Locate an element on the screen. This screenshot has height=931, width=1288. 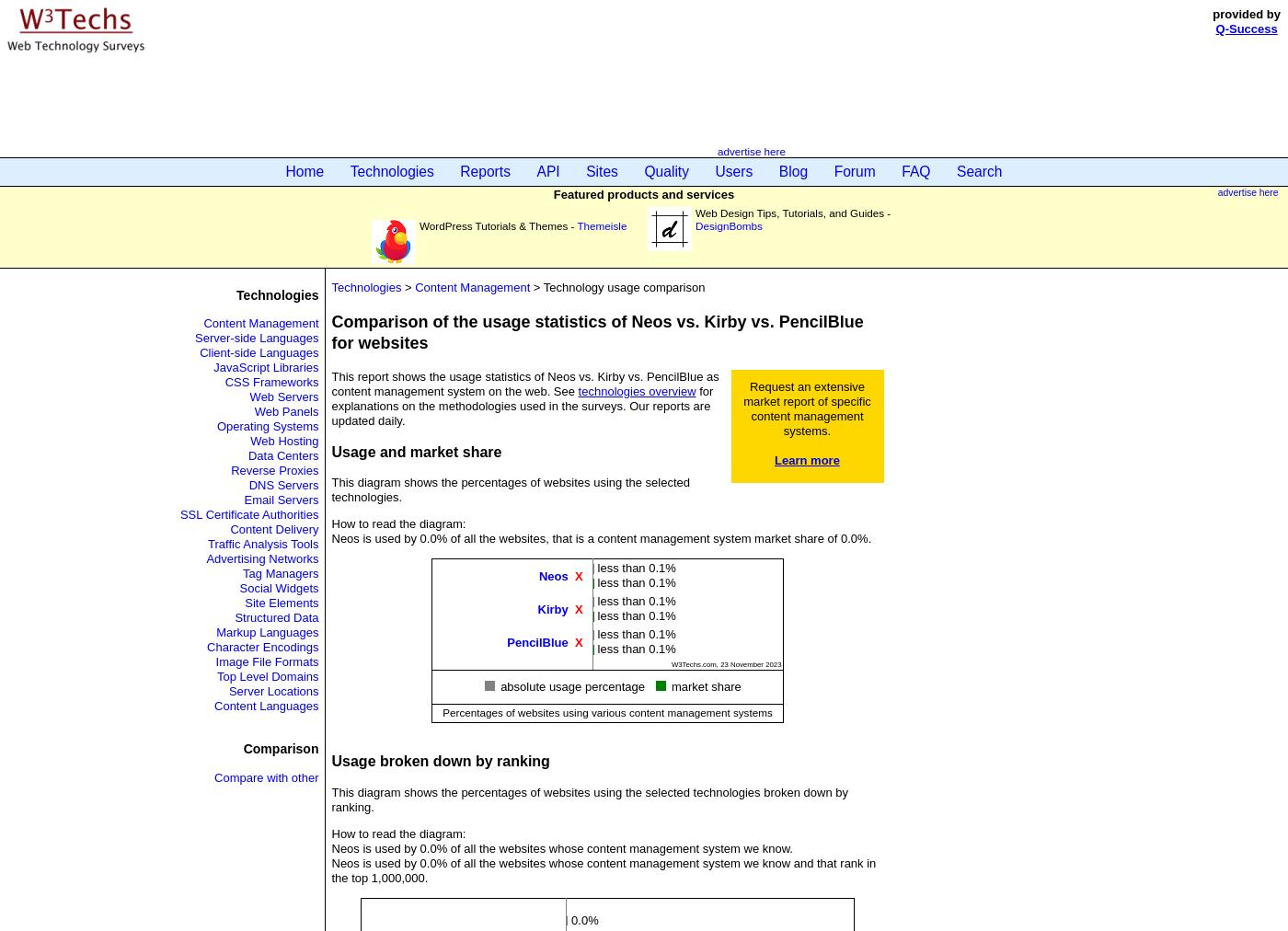
'Neos is used by 0.0% of all the websites whose content management system we know.' is located at coordinates (330, 847).